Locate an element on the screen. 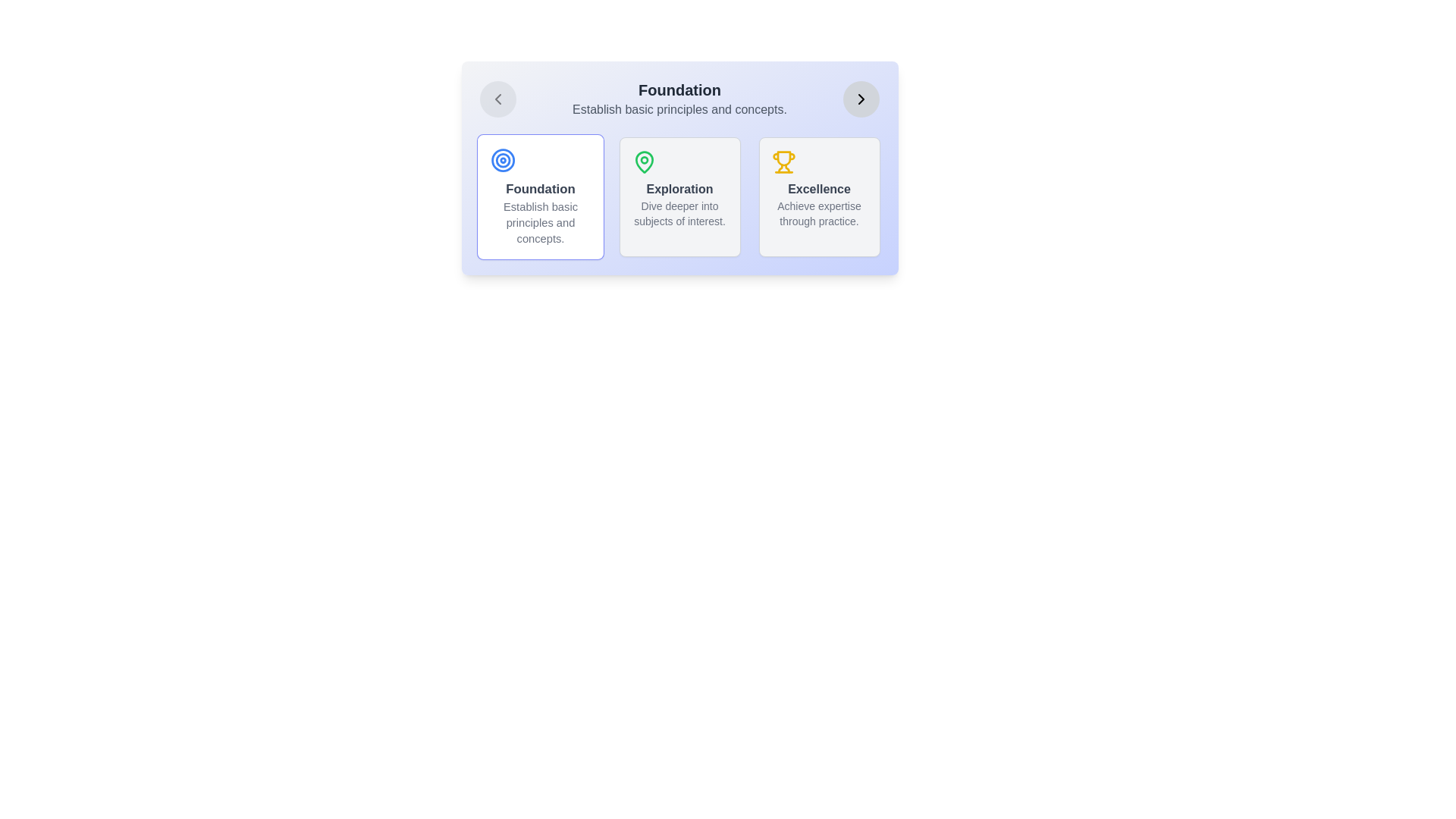  the outermost circle of the target icon that represents the 'Foundation' card, which is the leftmost card in the row of three options is located at coordinates (503, 160).